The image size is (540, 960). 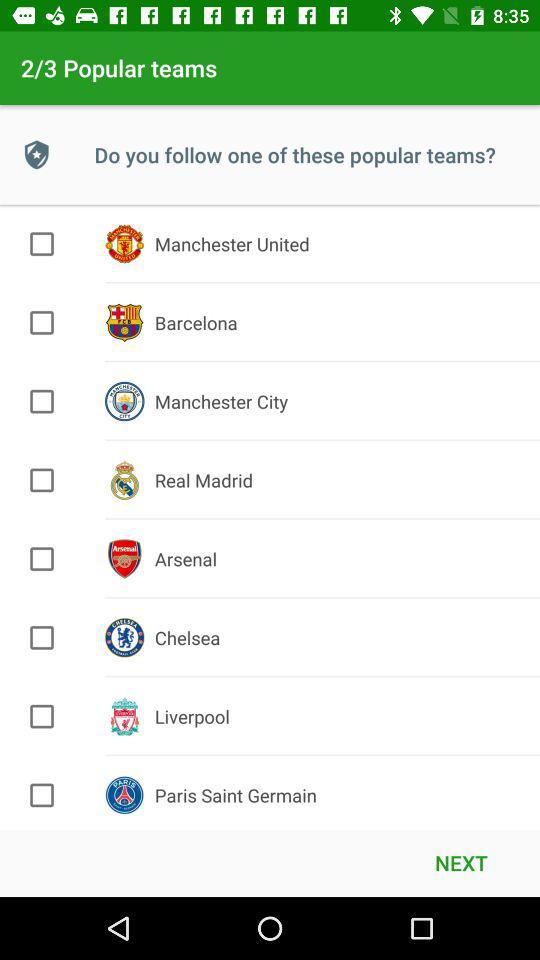 I want to click on option, so click(x=42, y=400).